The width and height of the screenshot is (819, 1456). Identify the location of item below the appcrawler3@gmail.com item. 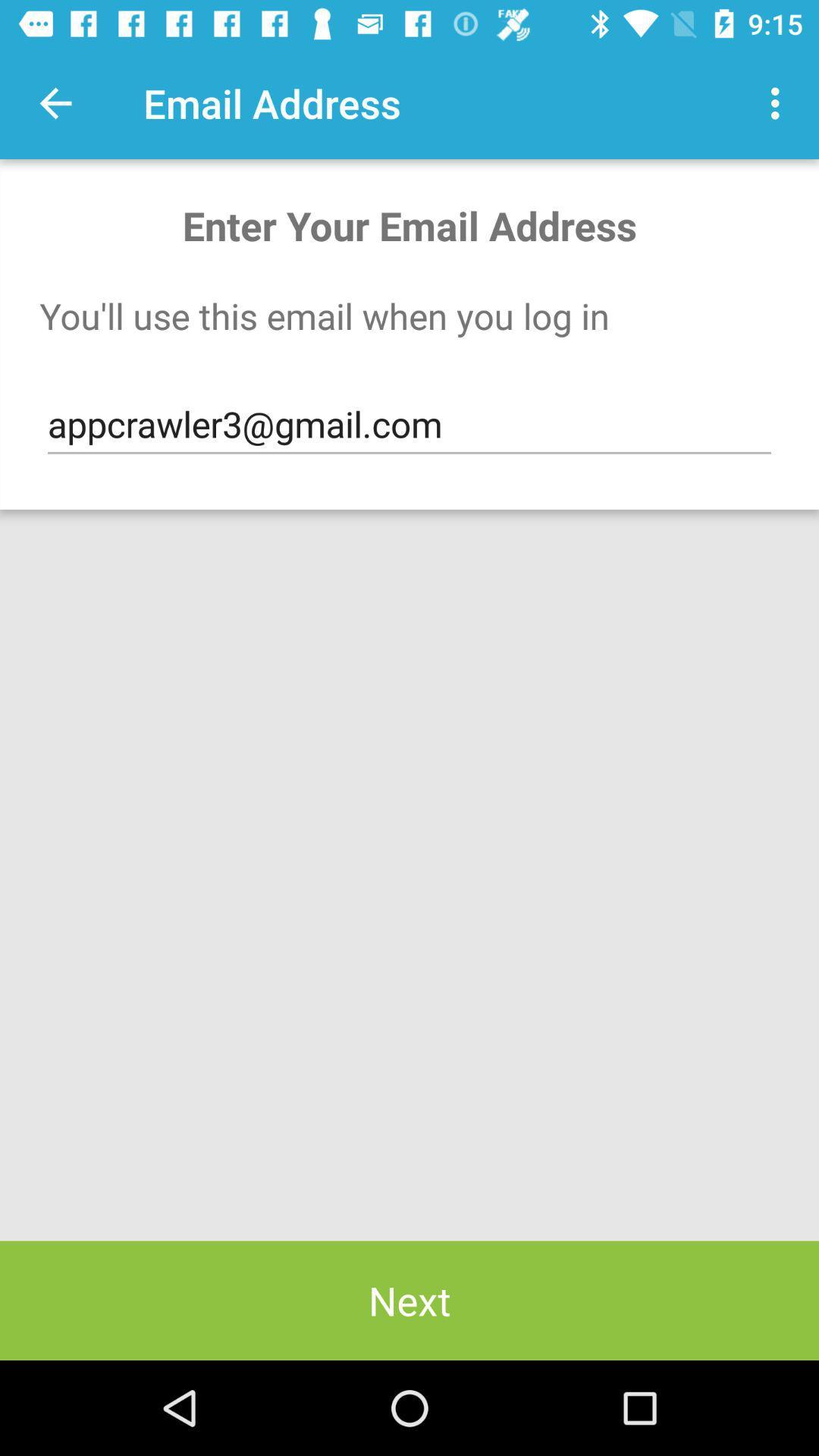
(409, 1300).